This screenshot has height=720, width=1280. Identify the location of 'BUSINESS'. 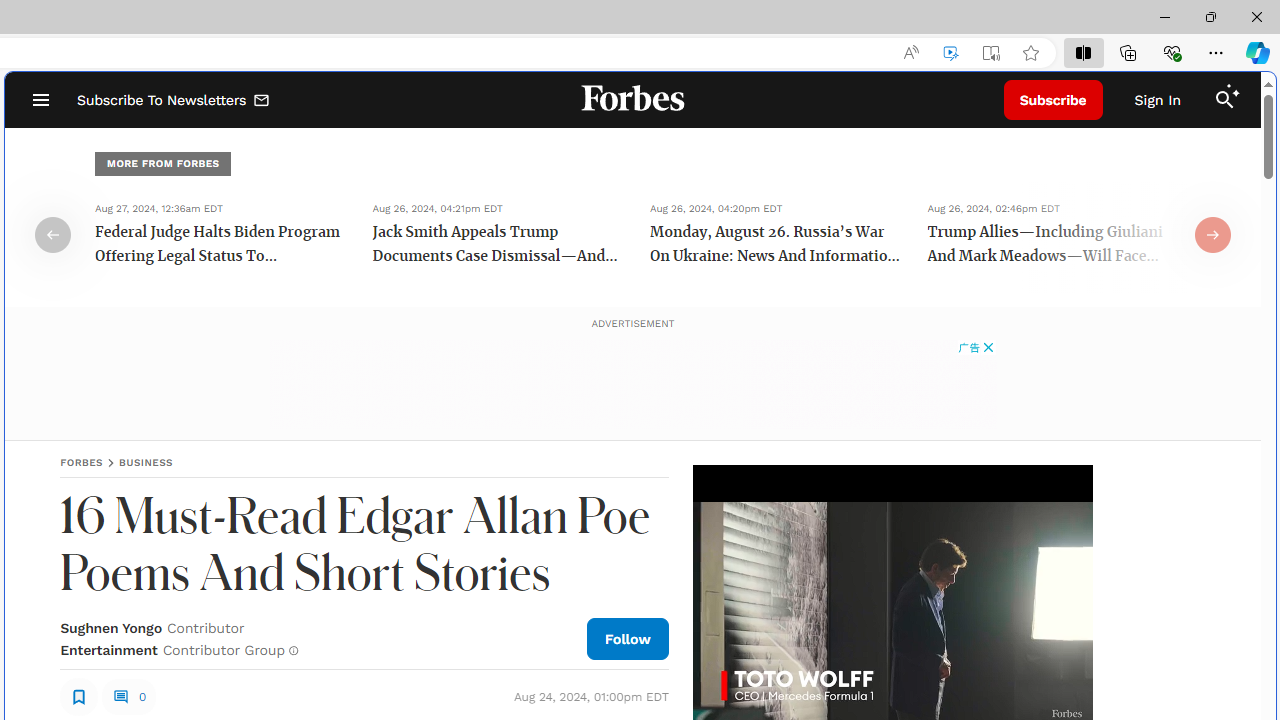
(144, 462).